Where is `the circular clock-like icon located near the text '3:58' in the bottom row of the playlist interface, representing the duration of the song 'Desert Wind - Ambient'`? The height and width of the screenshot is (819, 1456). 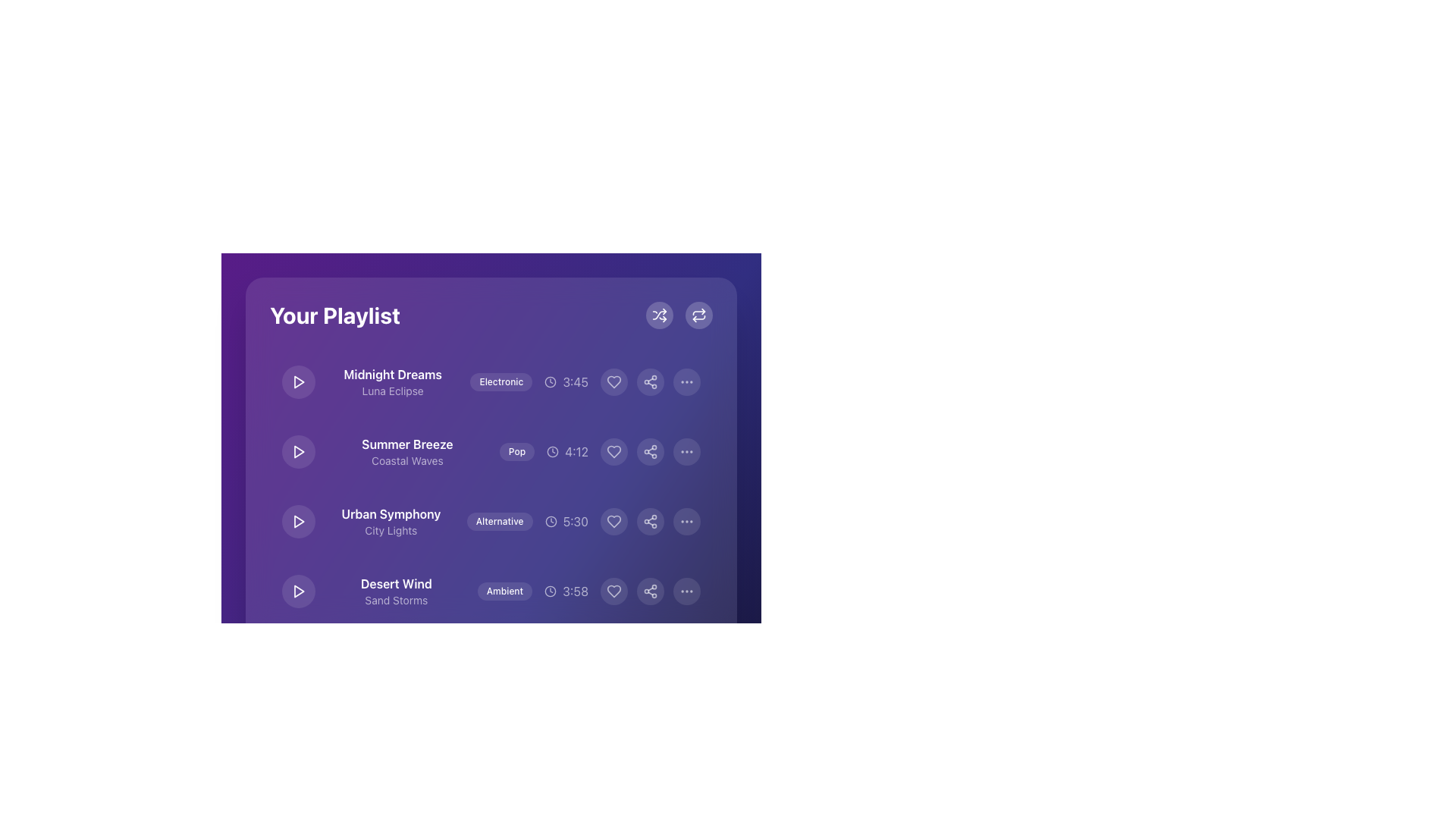 the circular clock-like icon located near the text '3:58' in the bottom row of the playlist interface, representing the duration of the song 'Desert Wind - Ambient' is located at coordinates (550, 590).